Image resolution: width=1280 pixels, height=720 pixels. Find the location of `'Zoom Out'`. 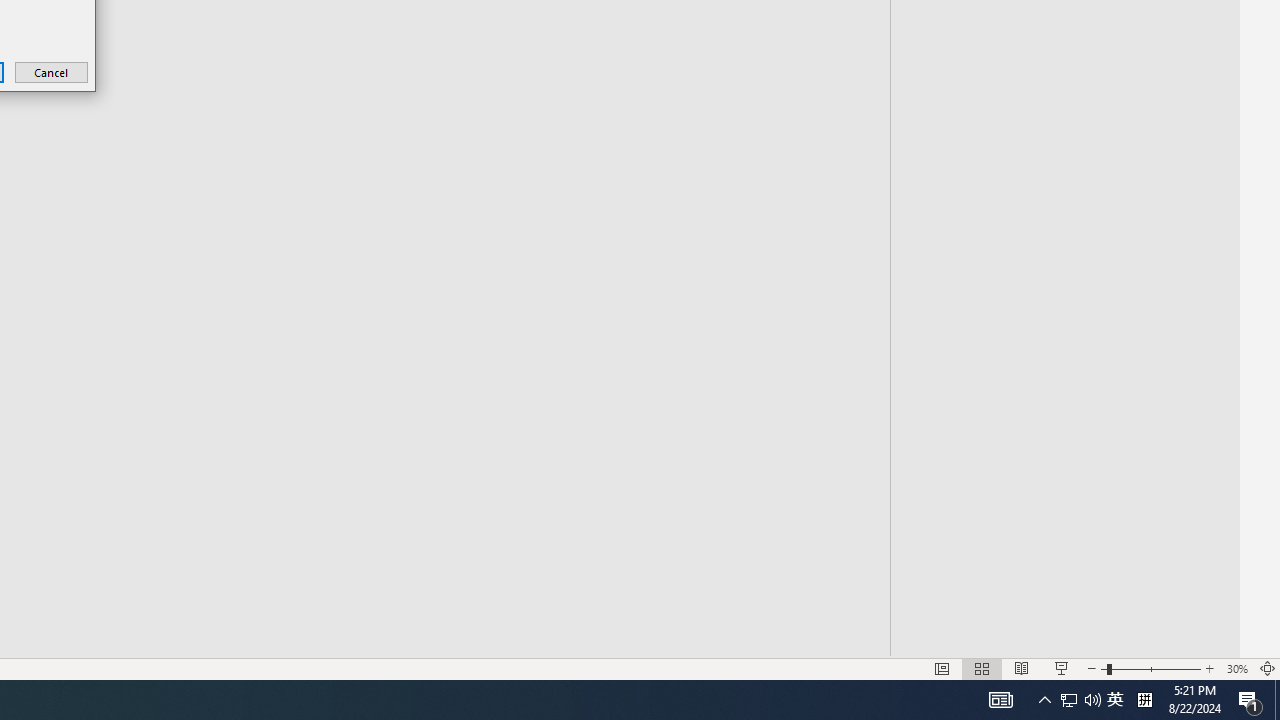

'Zoom Out' is located at coordinates (1079, 698).